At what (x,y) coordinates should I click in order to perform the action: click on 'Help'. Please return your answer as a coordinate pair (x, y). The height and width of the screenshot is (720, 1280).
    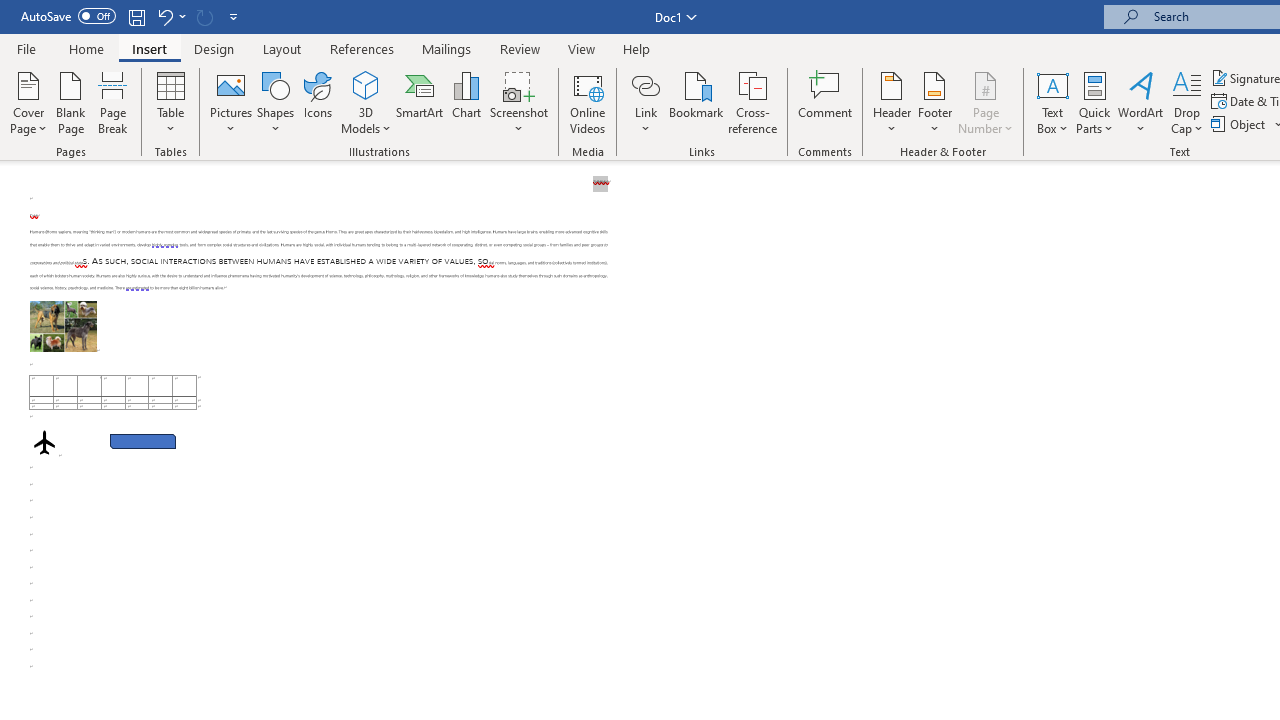
    Looking at the image, I should click on (636, 48).